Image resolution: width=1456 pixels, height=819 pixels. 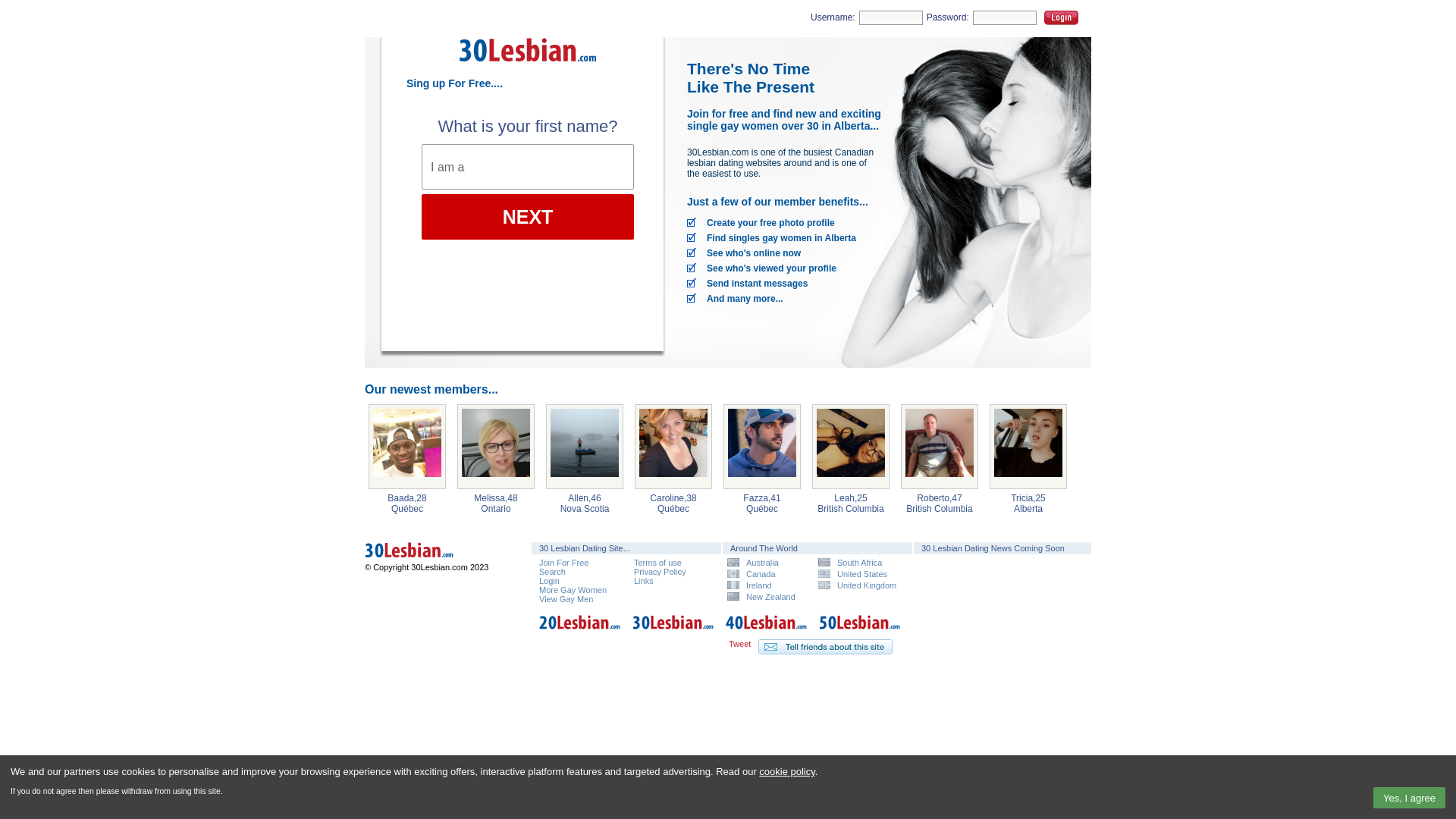 I want to click on 'Allen, 46 from Glace Bay, Nova Scotia', so click(x=546, y=446).